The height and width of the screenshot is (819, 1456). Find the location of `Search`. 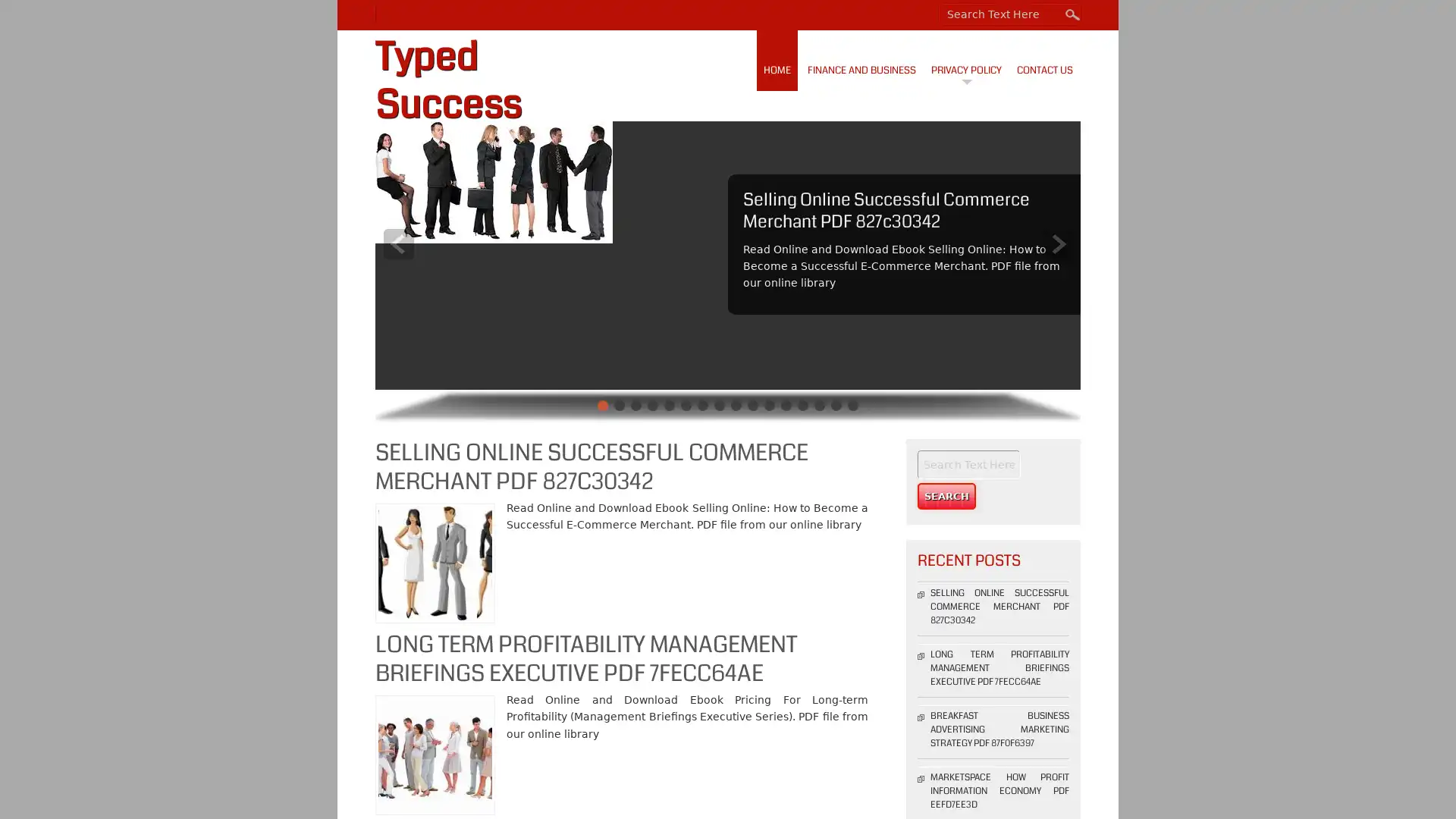

Search is located at coordinates (946, 496).